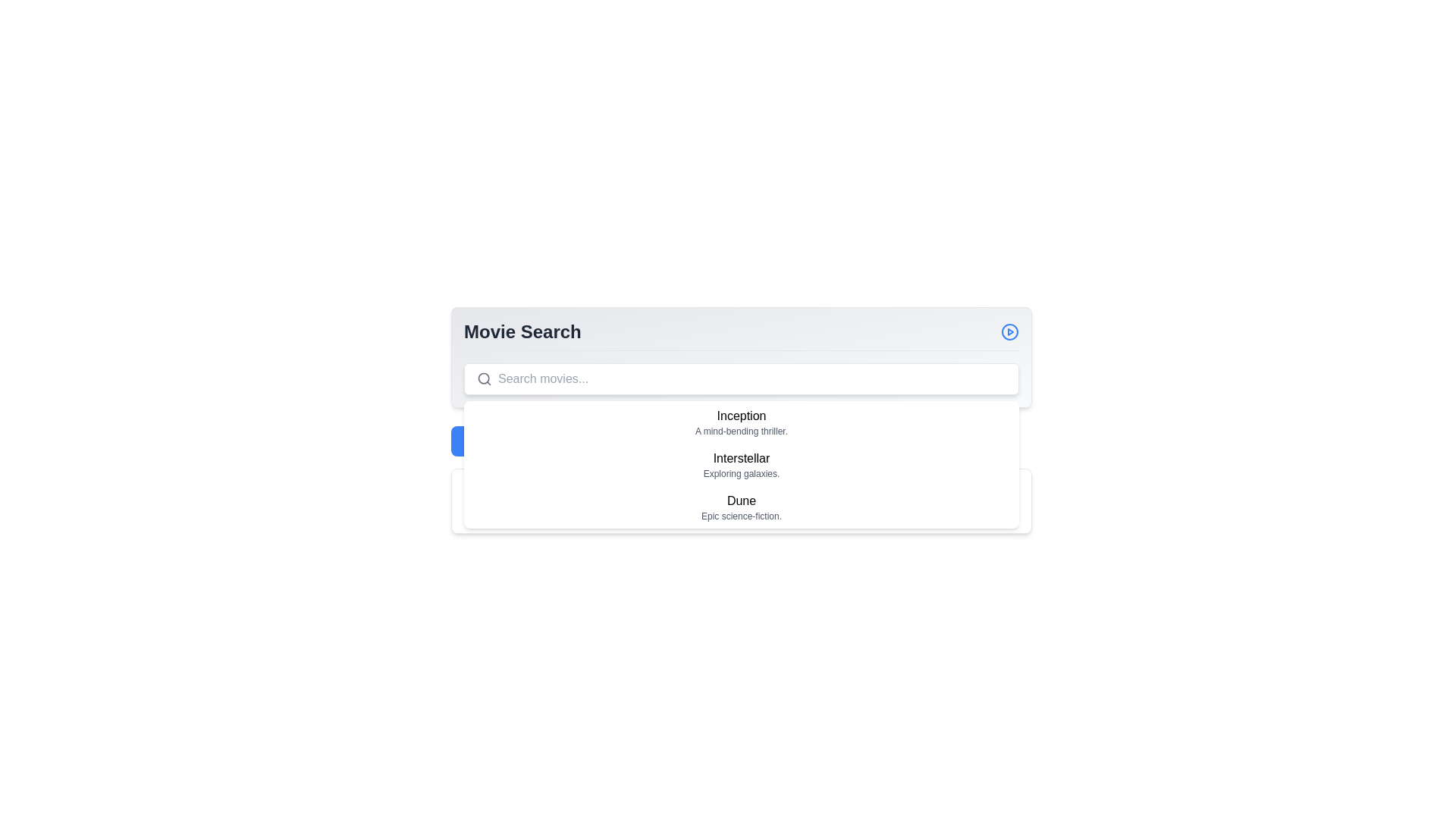 Image resolution: width=1456 pixels, height=819 pixels. What do you see at coordinates (742, 472) in the screenshot?
I see `text label 'Exploring galaxies.' located below the title 'Interstellar' in the dropdown list` at bounding box center [742, 472].